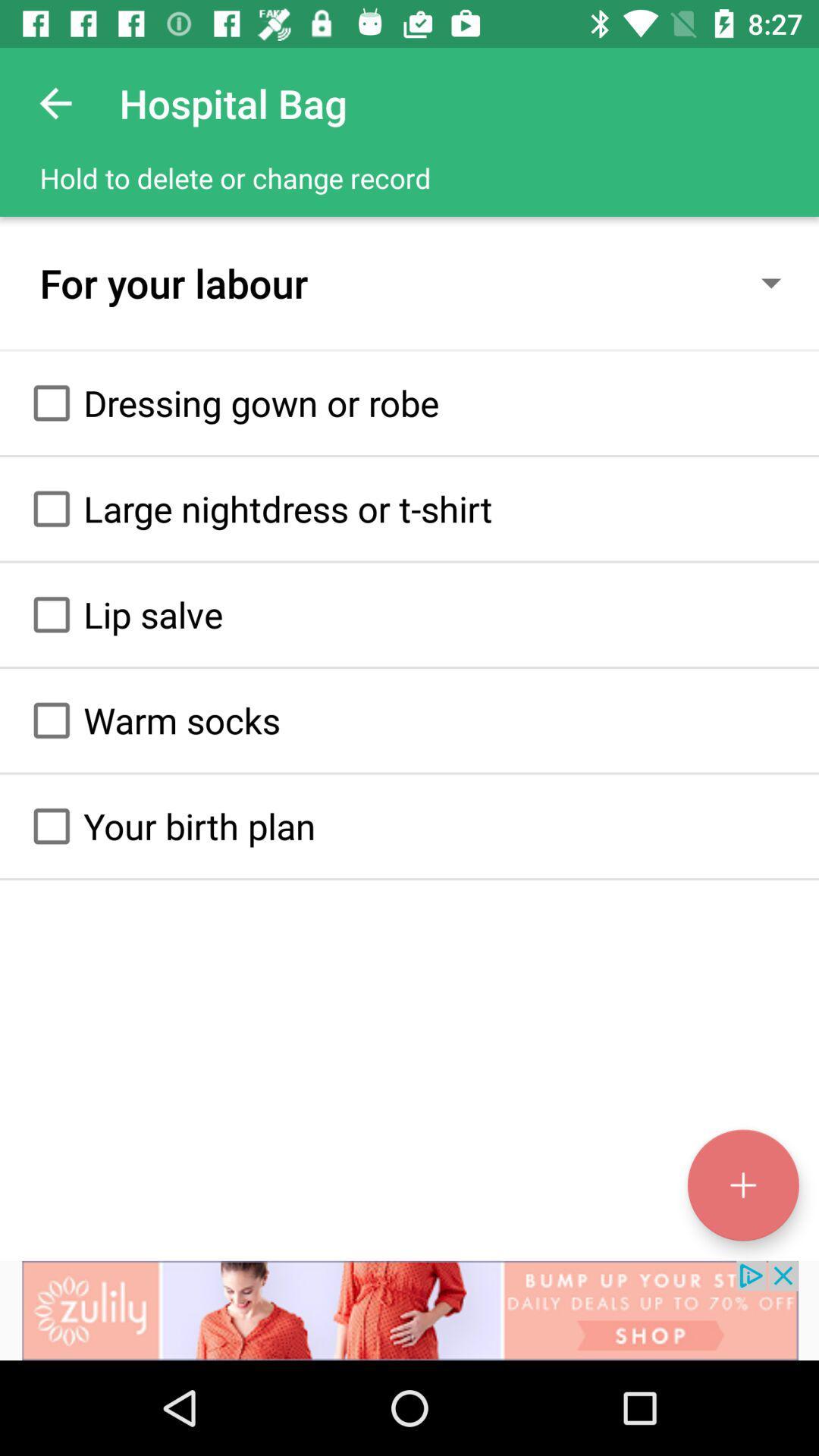  I want to click on click here to go to the required item, so click(51, 403).